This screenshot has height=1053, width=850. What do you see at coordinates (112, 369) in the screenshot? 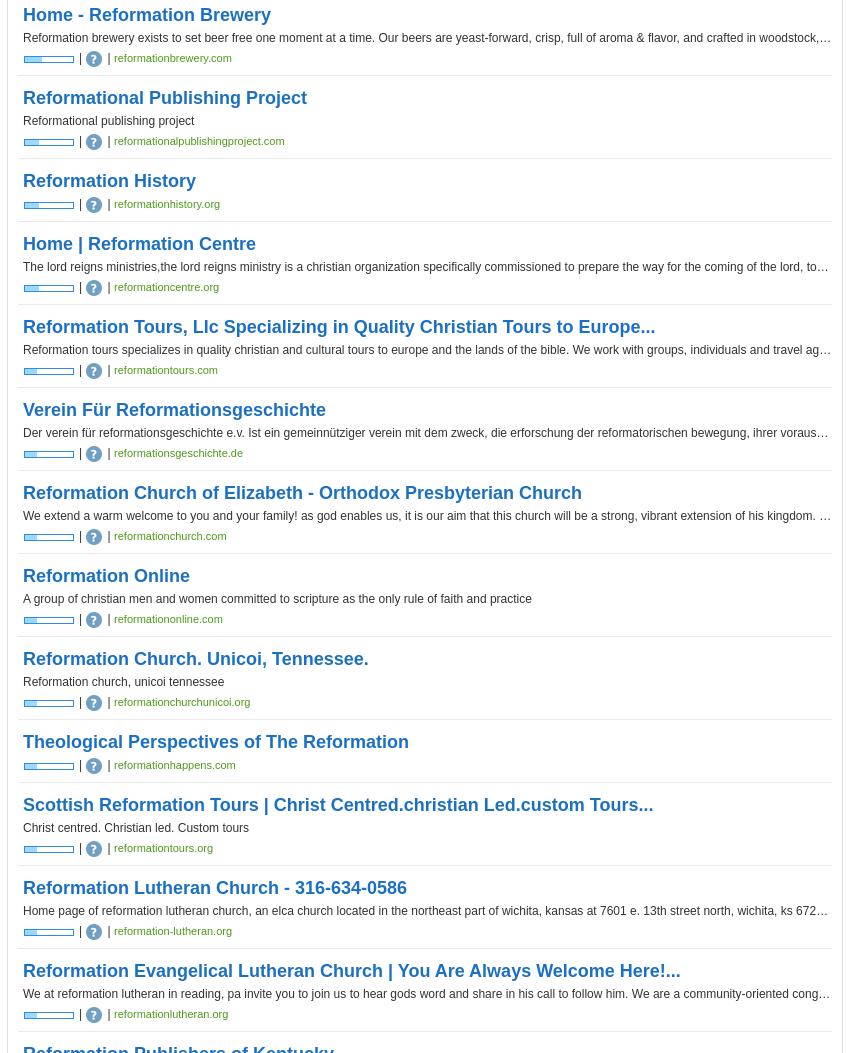
I see `'reformationtours.com'` at bounding box center [112, 369].